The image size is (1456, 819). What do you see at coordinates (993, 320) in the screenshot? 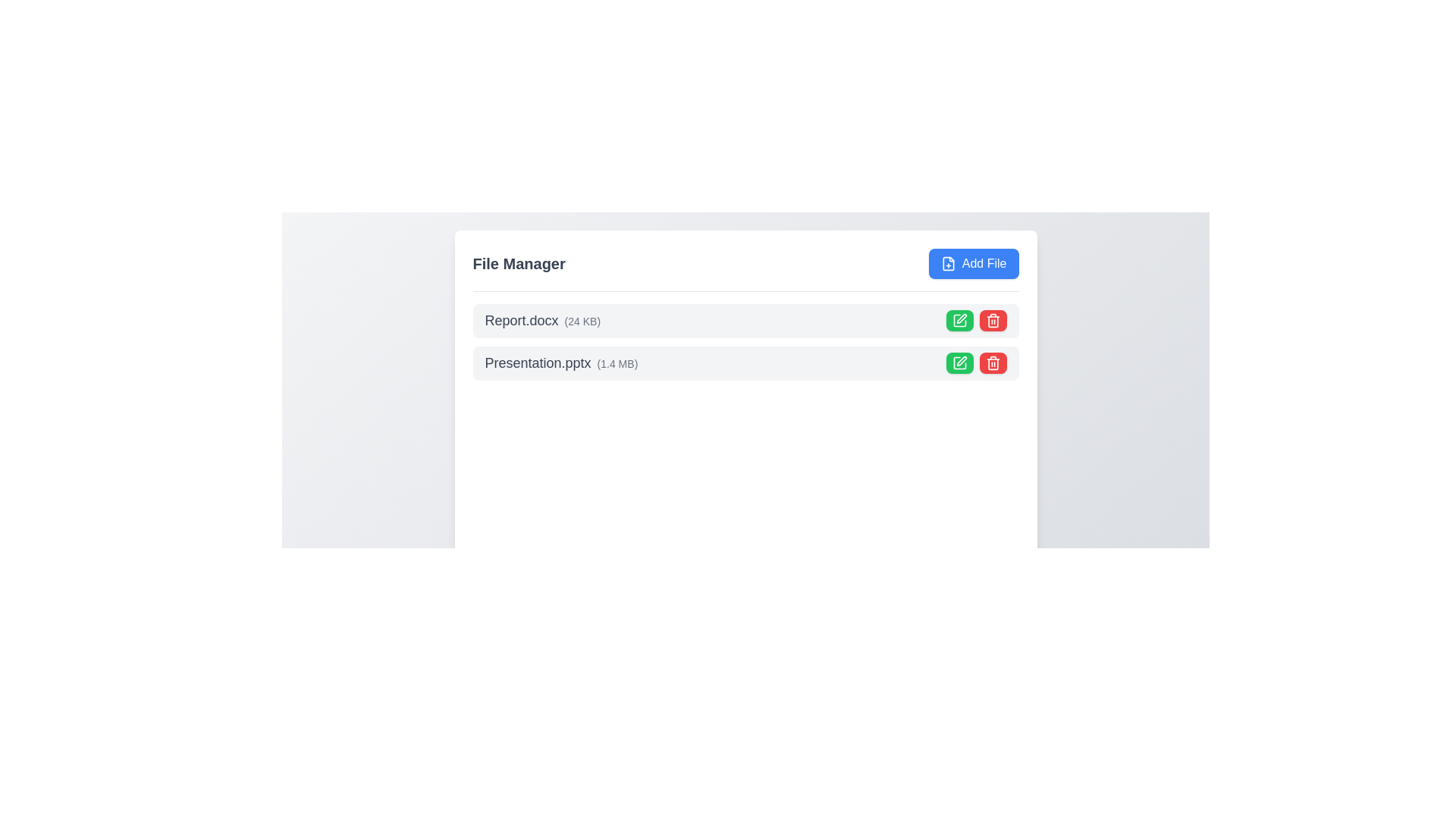
I see `the trash icon button located to the right of the 'Presentation.pptx' file listing` at bounding box center [993, 320].